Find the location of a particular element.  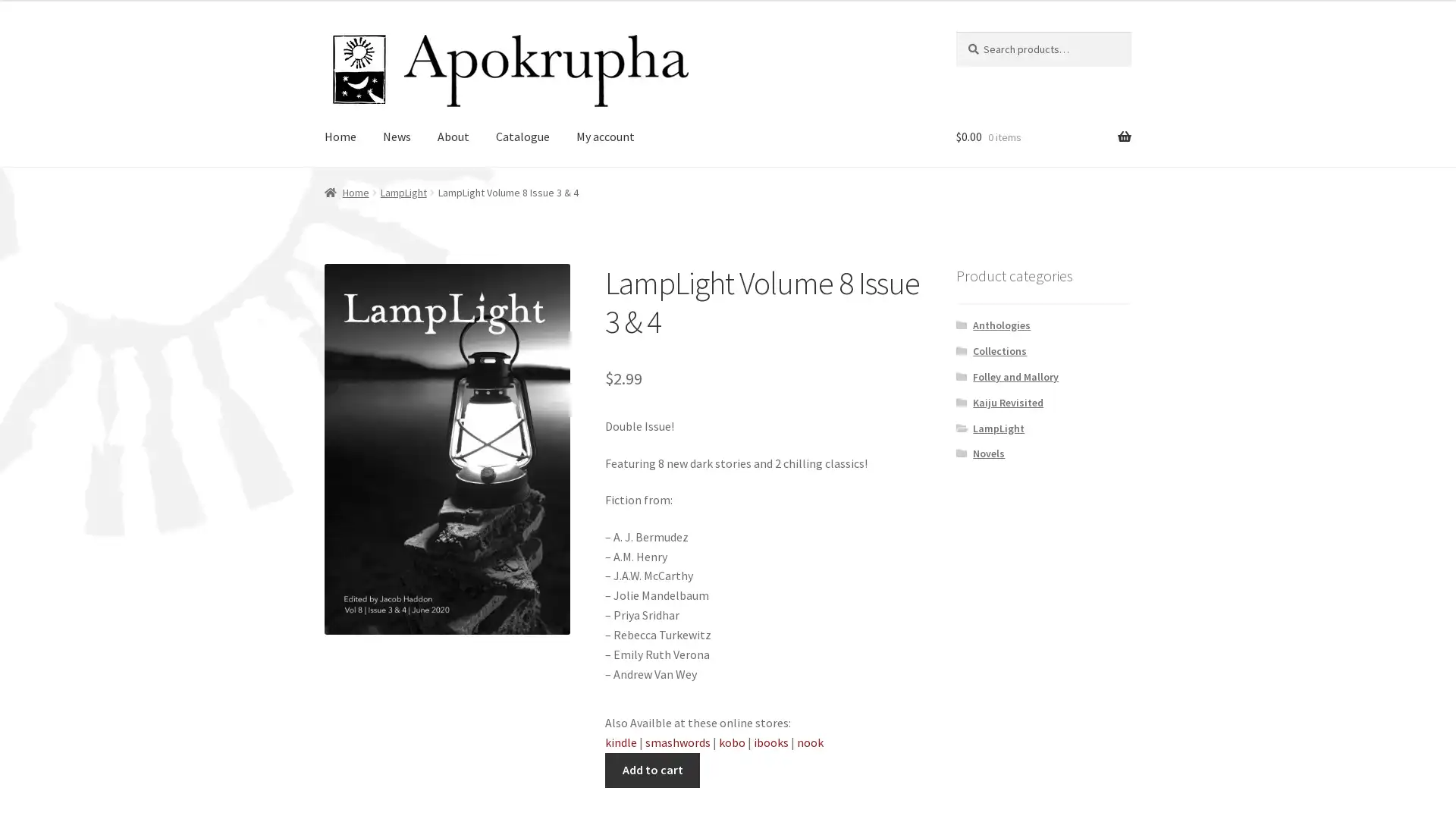

Add to cart is located at coordinates (652, 770).